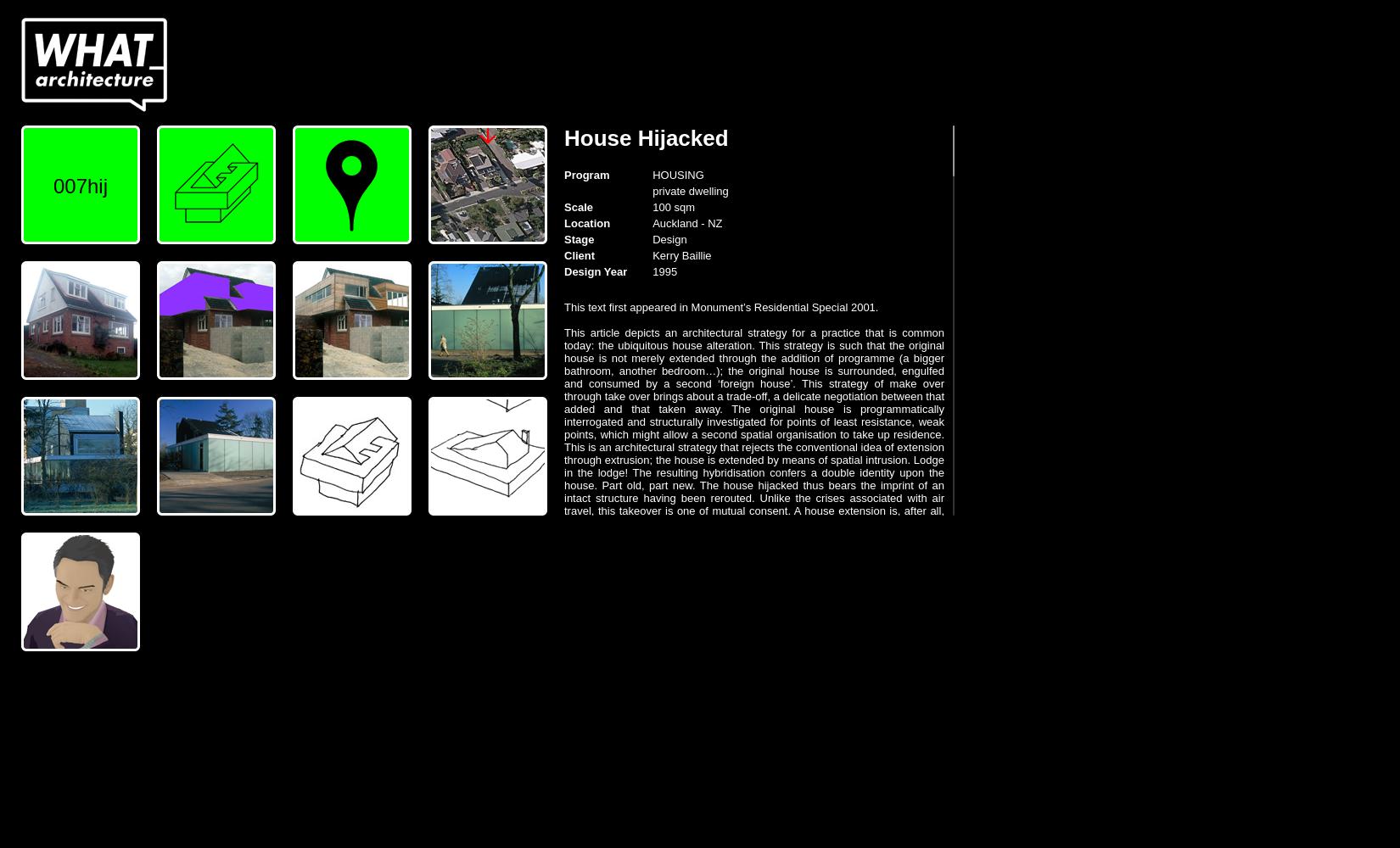  I want to click on '1995', so click(664, 271).